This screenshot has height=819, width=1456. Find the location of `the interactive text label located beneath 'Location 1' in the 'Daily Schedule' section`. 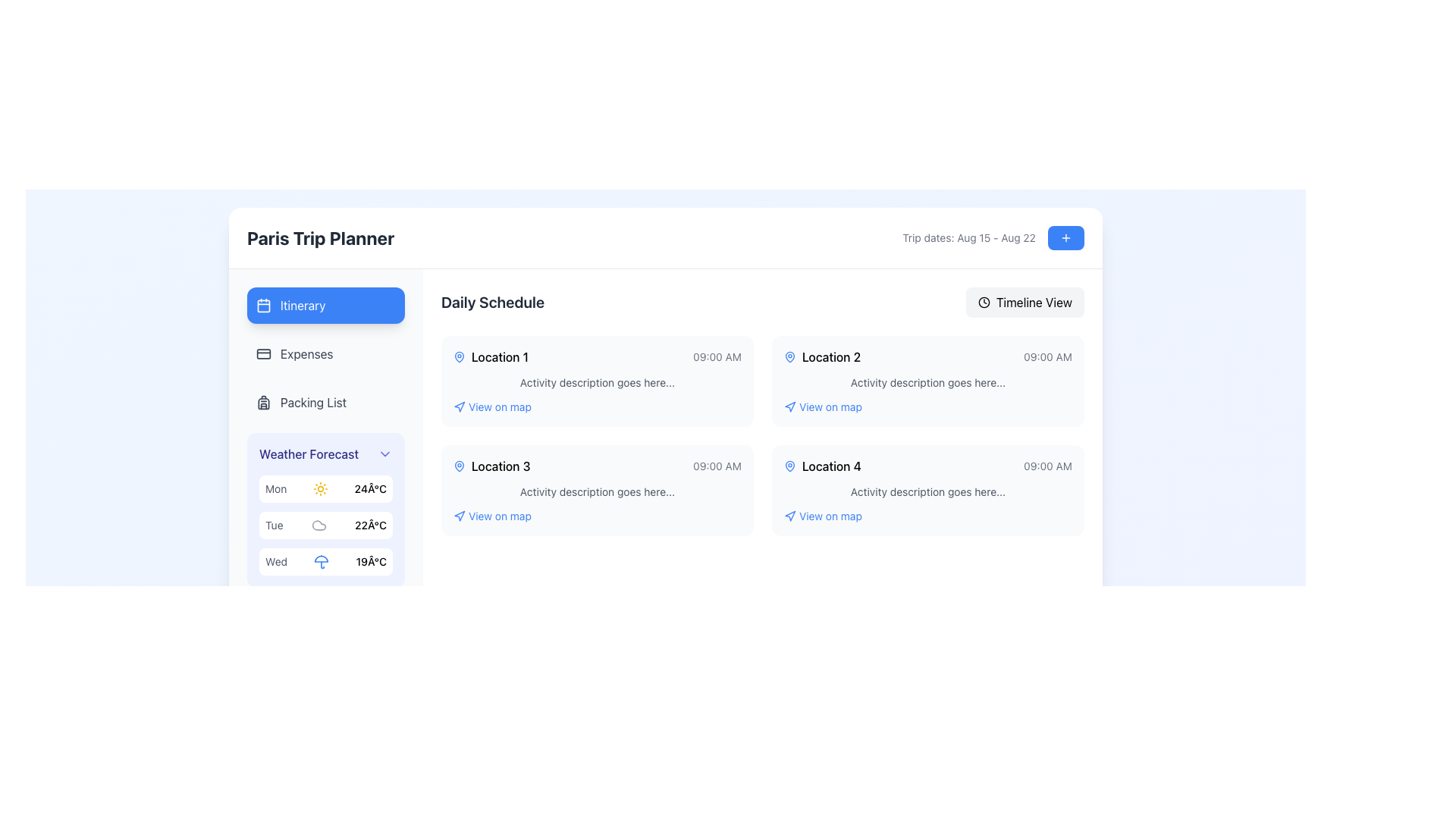

the interactive text label located beneath 'Location 1' in the 'Daily Schedule' section is located at coordinates (500, 406).